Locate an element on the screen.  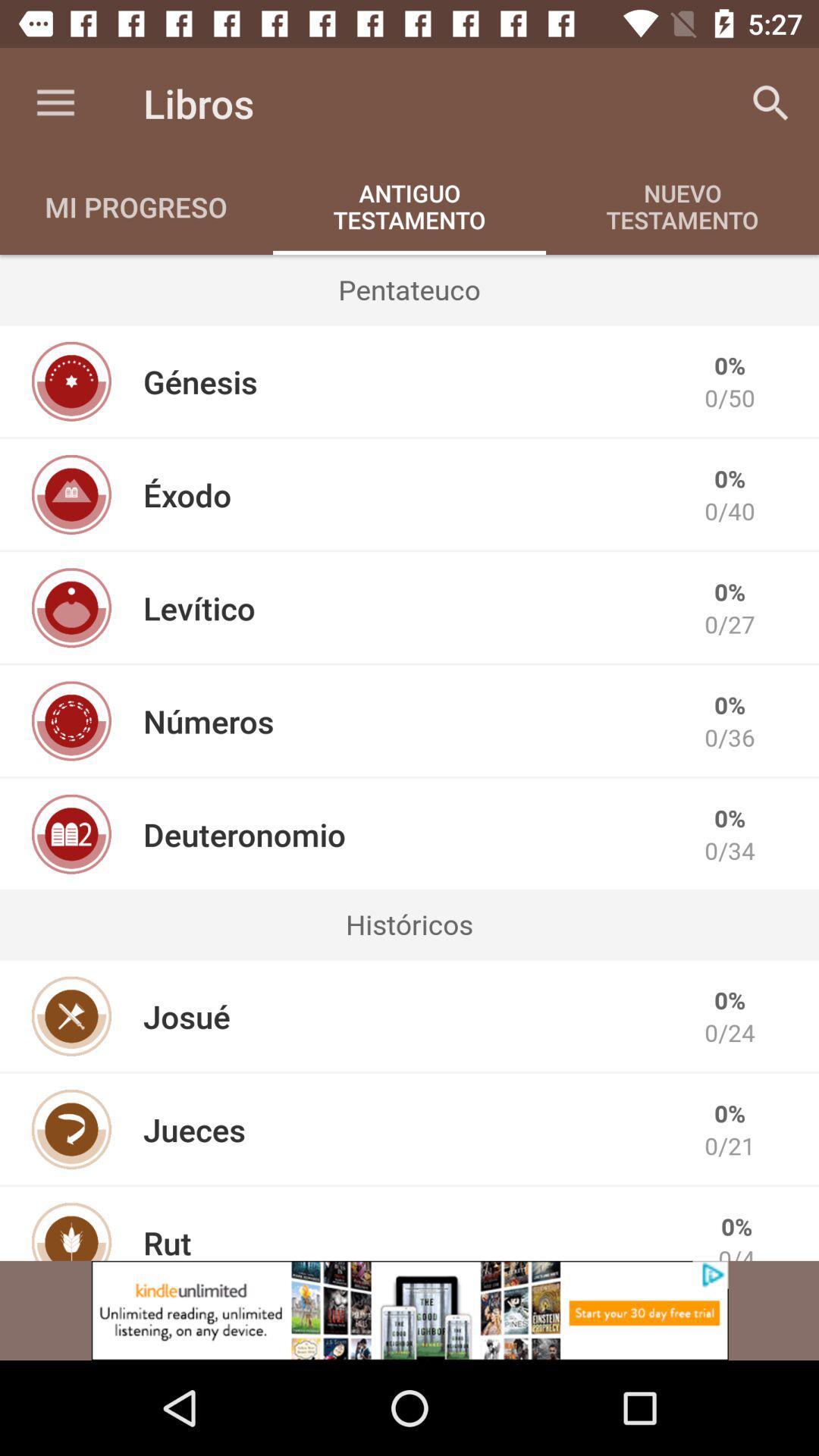
the item next to the 0/21 is located at coordinates (193, 1129).